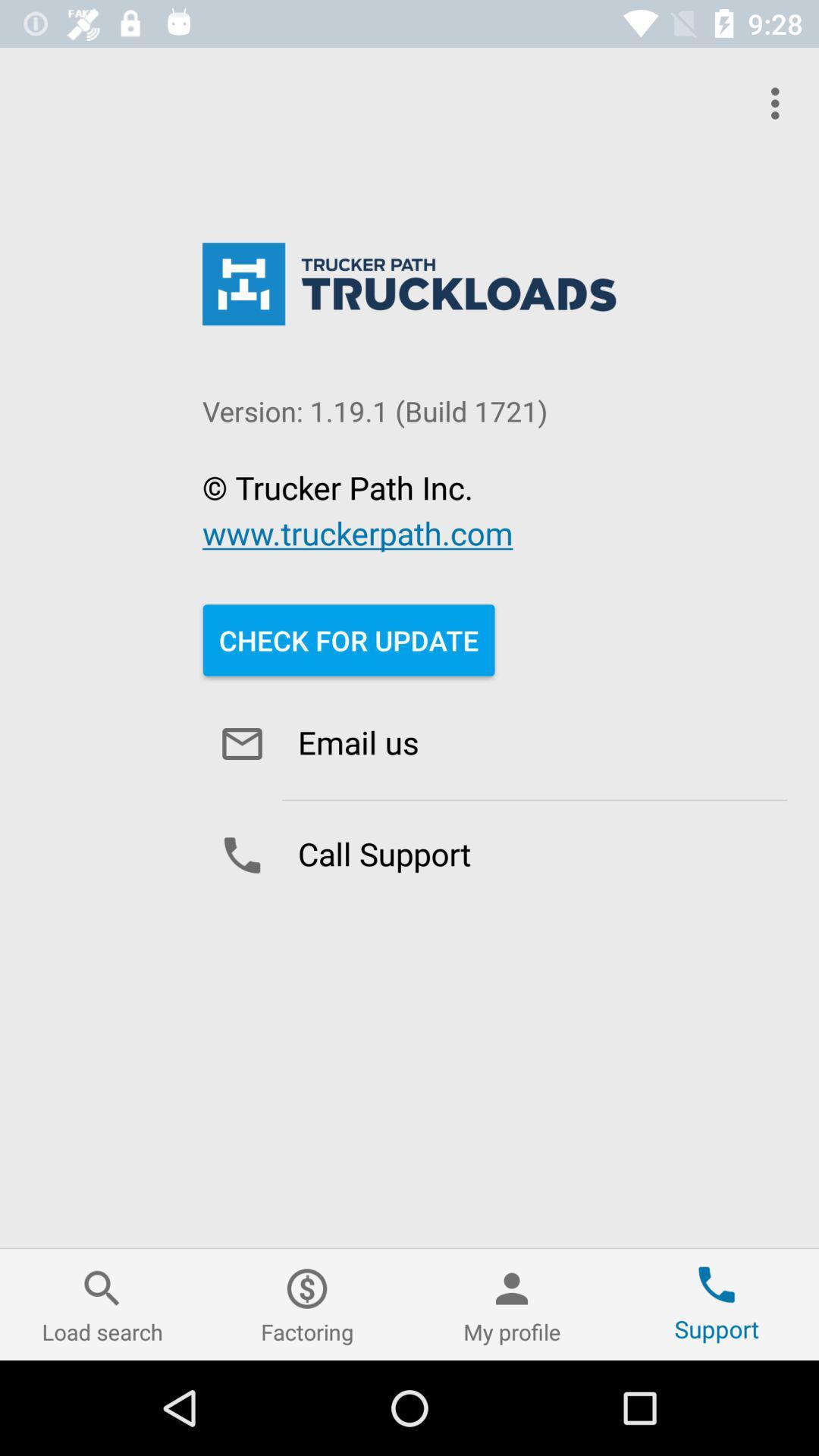  I want to click on factoring item, so click(307, 1304).